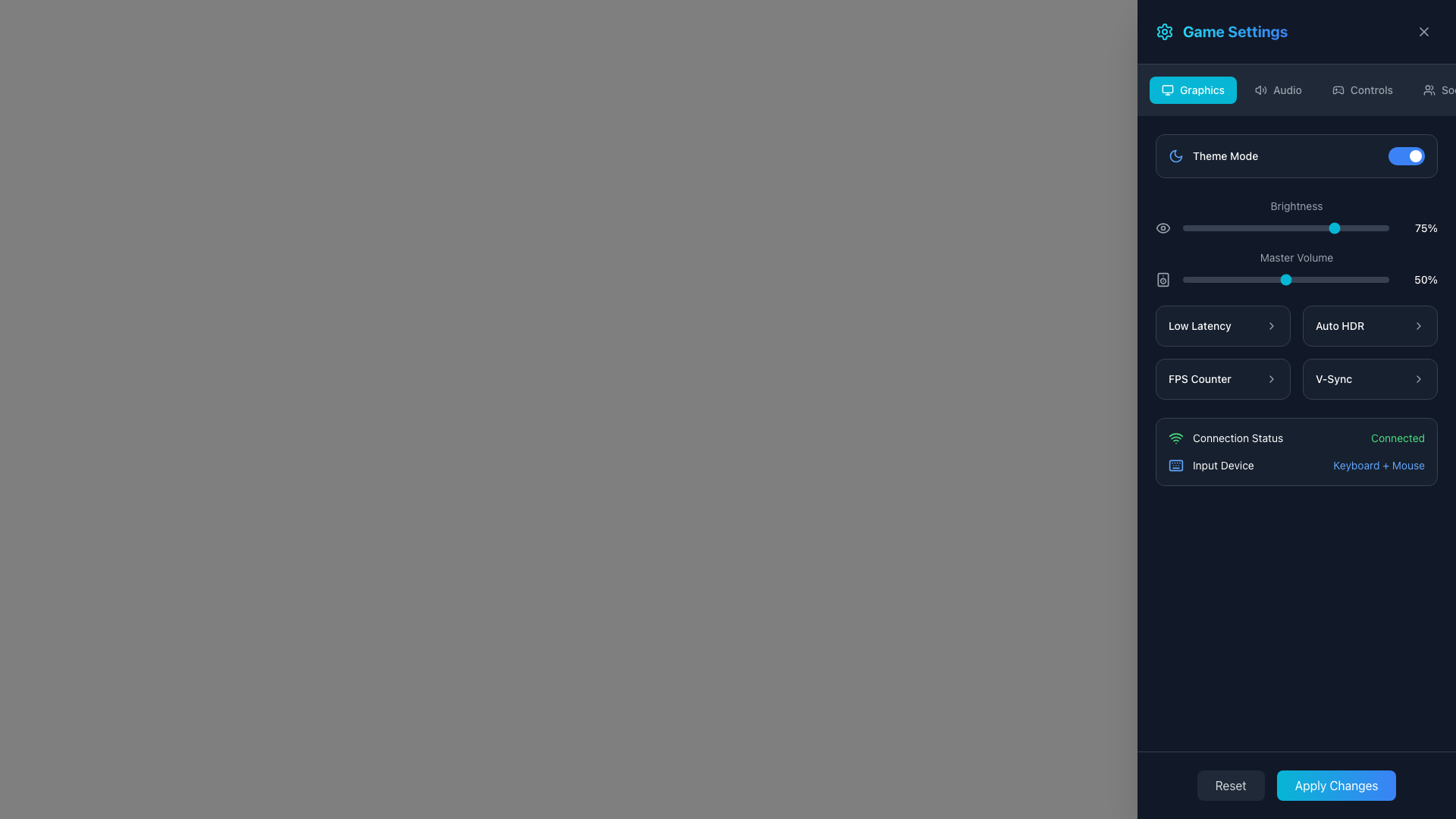 This screenshot has height=819, width=1456. I want to click on the 'FPS Counter' button, which is a rectangular button with a dark gray background and a forward arrow icon, so click(1222, 378).